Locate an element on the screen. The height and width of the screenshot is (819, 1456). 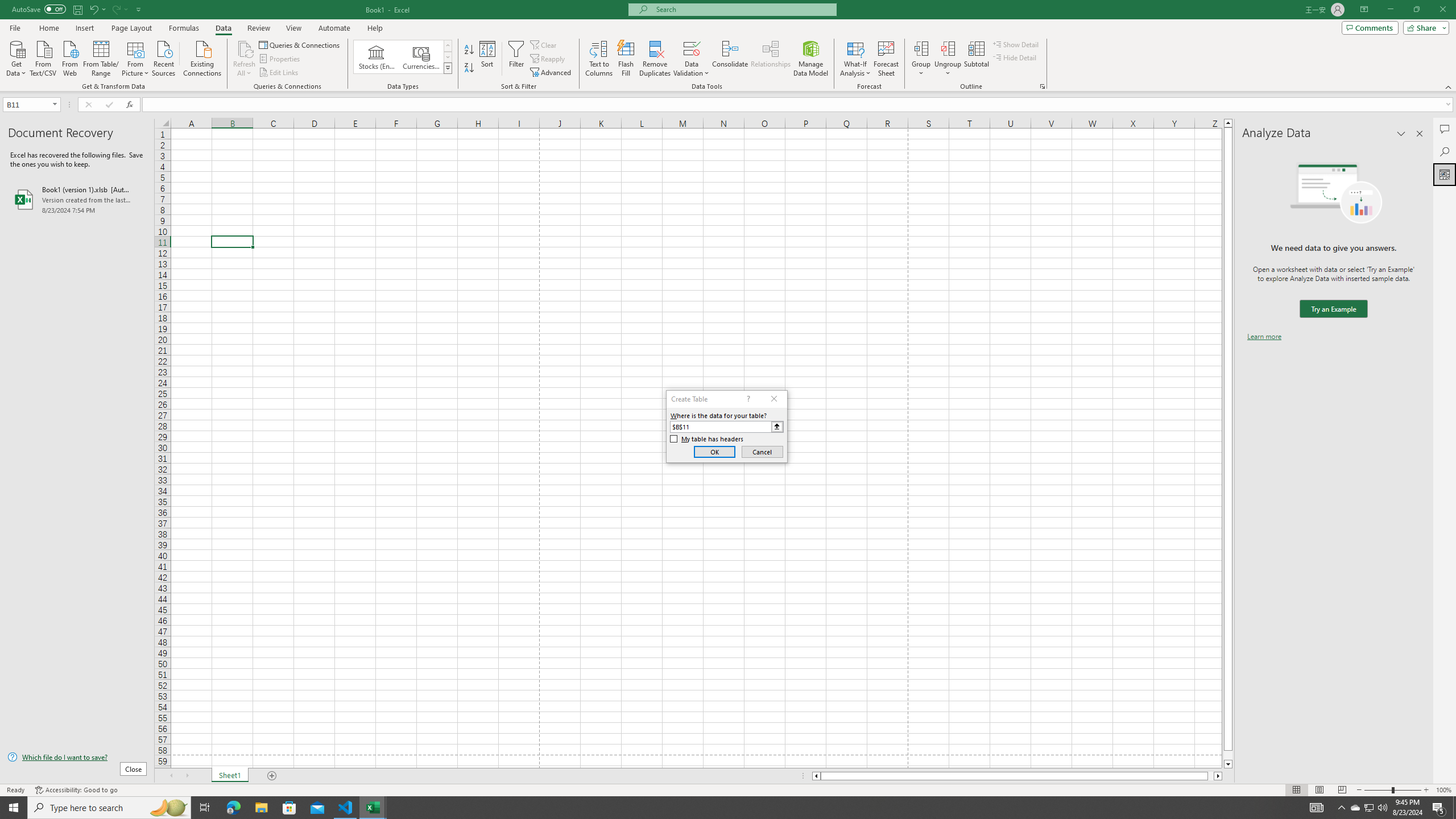
'Currencies (English)' is located at coordinates (420, 56).